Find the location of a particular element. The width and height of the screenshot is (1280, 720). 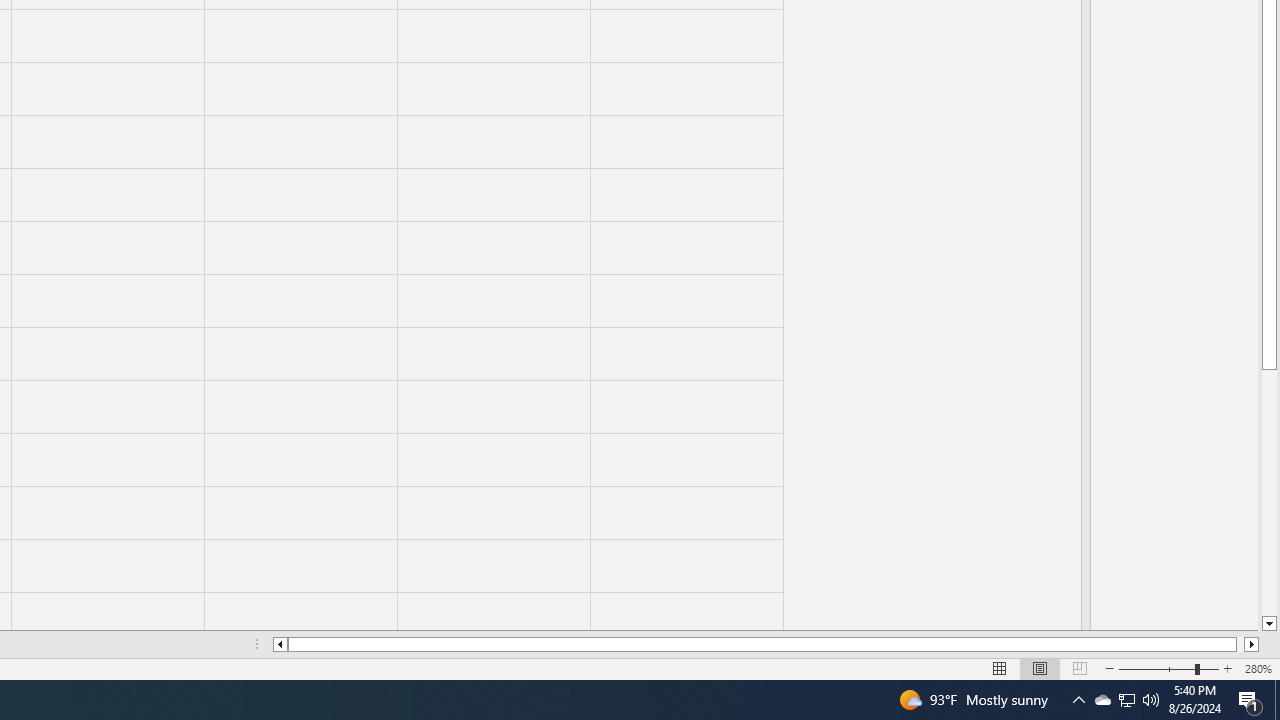

'Line down' is located at coordinates (1268, 623).